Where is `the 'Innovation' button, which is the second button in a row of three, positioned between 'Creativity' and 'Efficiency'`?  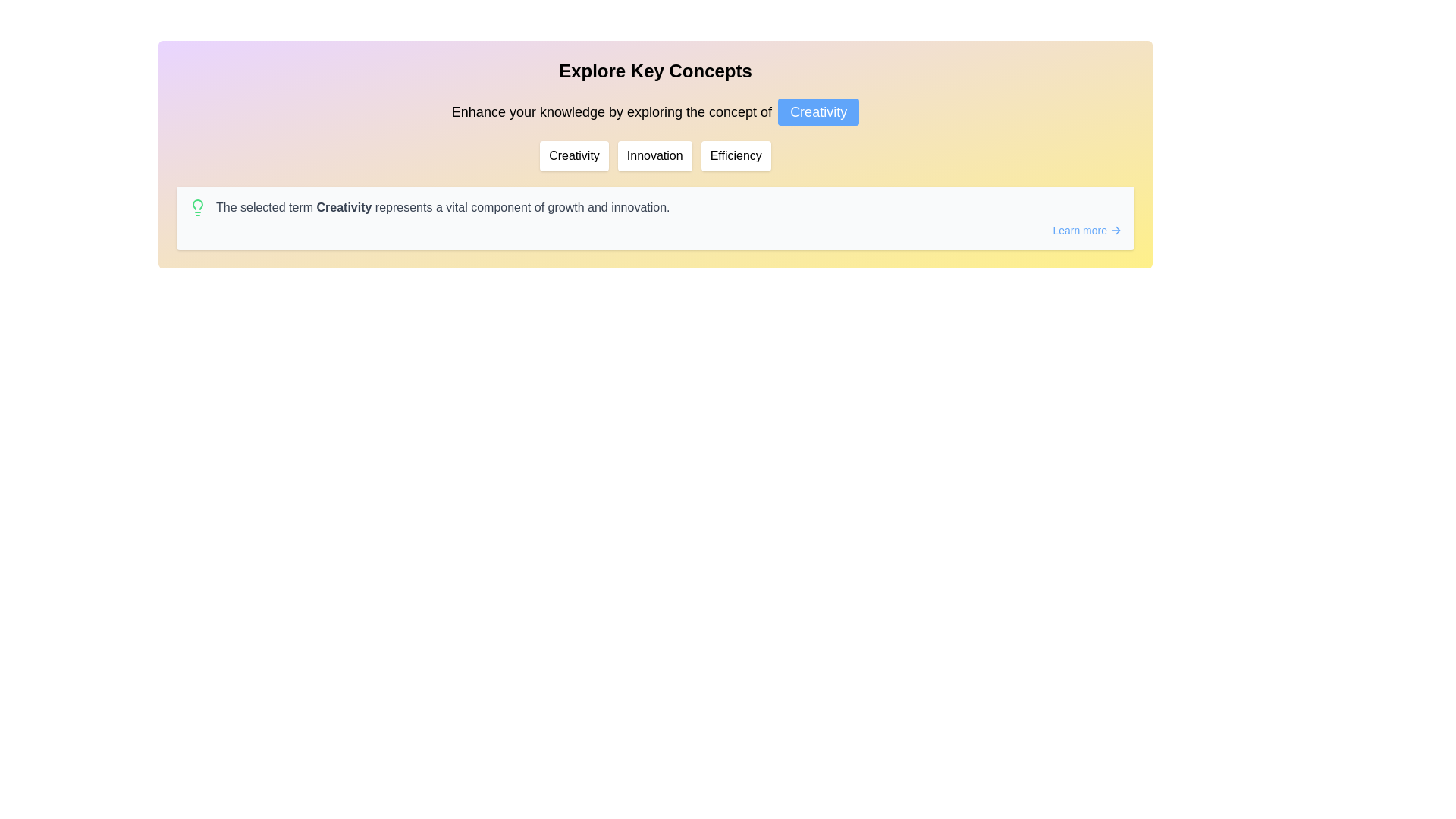 the 'Innovation' button, which is the second button in a row of three, positioned between 'Creativity' and 'Efficiency' is located at coordinates (655, 155).